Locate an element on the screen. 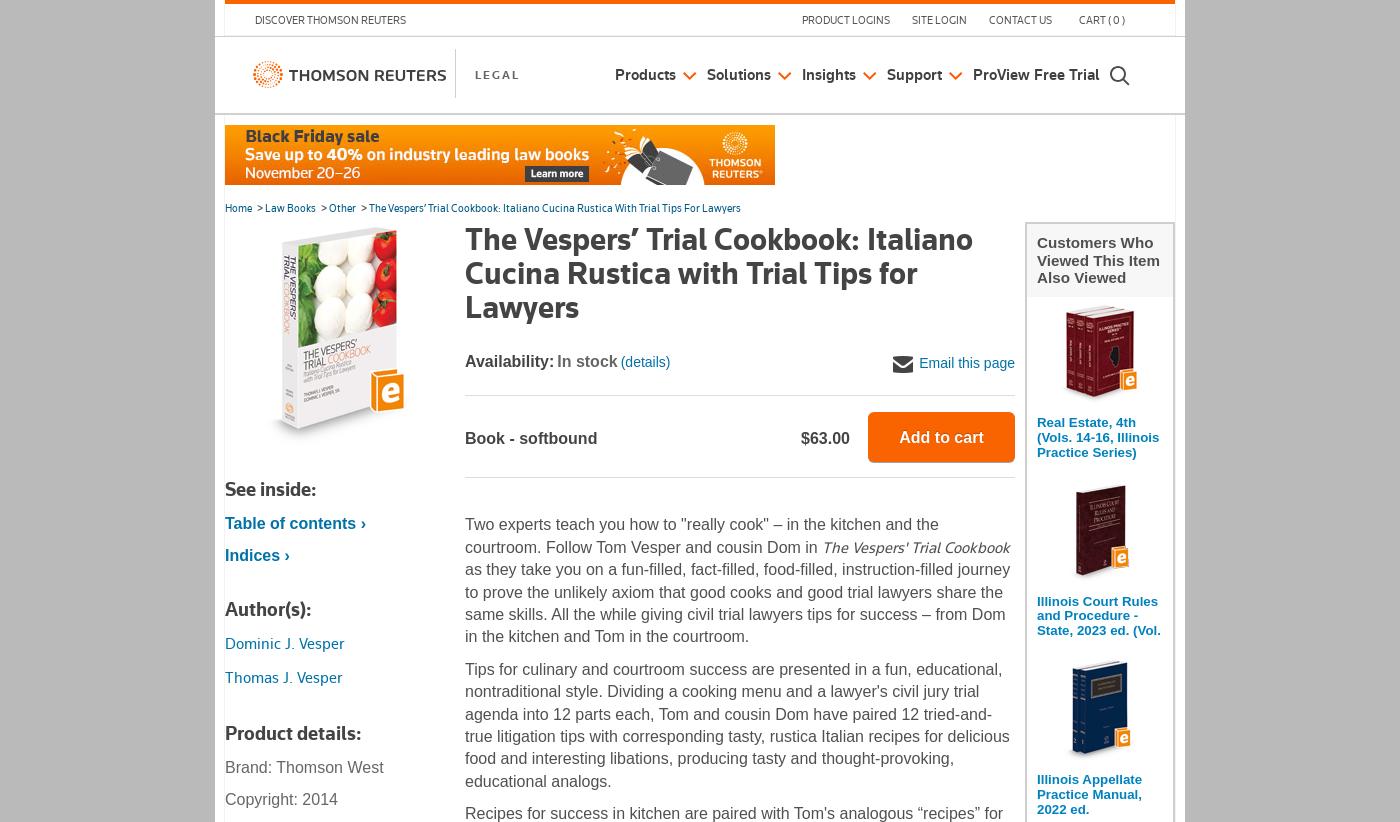 The image size is (1400, 822). 'Add to cart' is located at coordinates (939, 435).